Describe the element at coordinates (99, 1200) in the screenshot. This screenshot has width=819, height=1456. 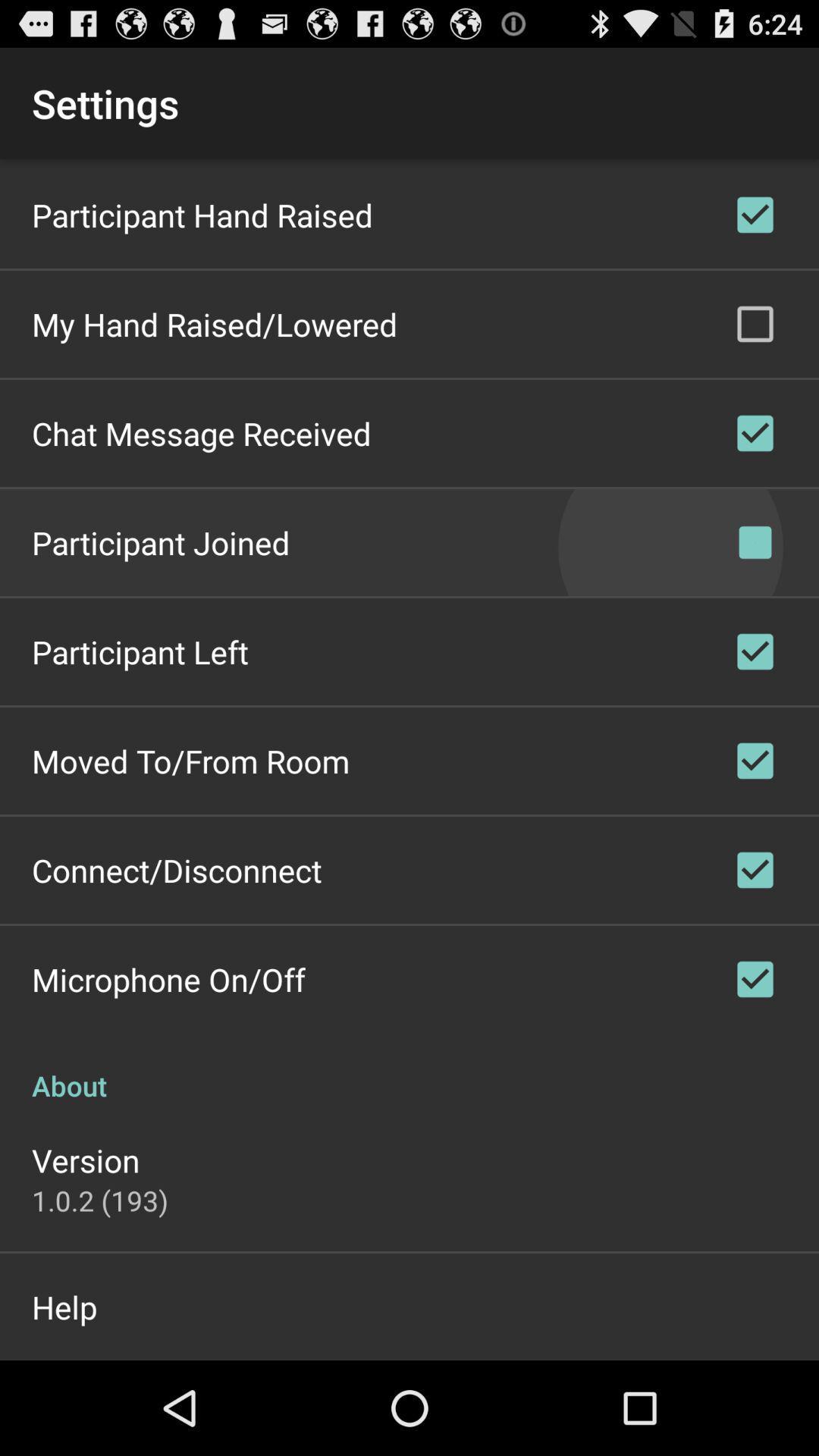
I see `1 0 2 app` at that location.